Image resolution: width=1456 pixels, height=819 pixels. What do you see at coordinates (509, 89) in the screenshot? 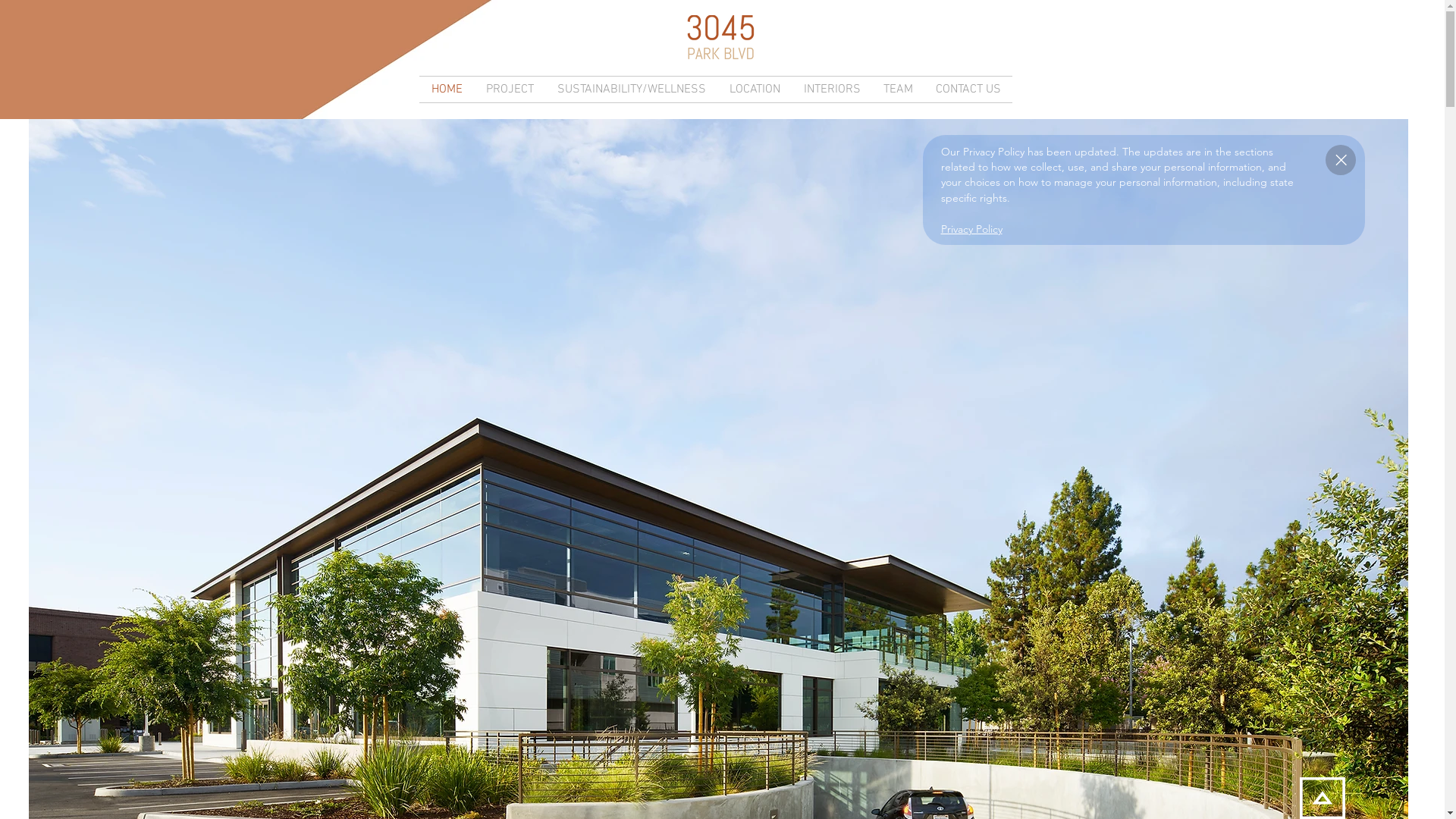
I see `'PROJECT'` at bounding box center [509, 89].